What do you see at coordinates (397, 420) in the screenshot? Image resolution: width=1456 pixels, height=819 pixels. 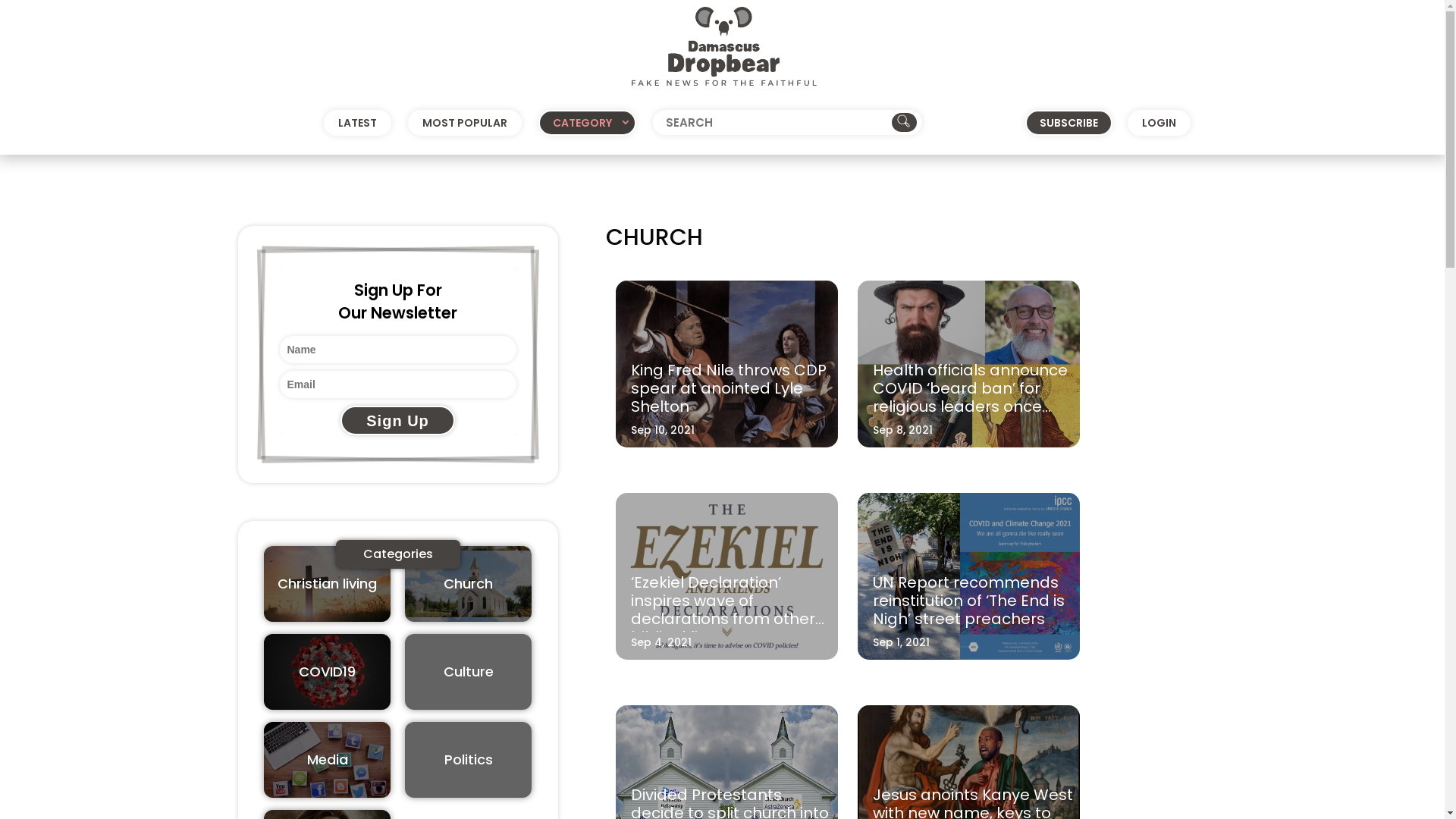 I see `'Sign Up'` at bounding box center [397, 420].